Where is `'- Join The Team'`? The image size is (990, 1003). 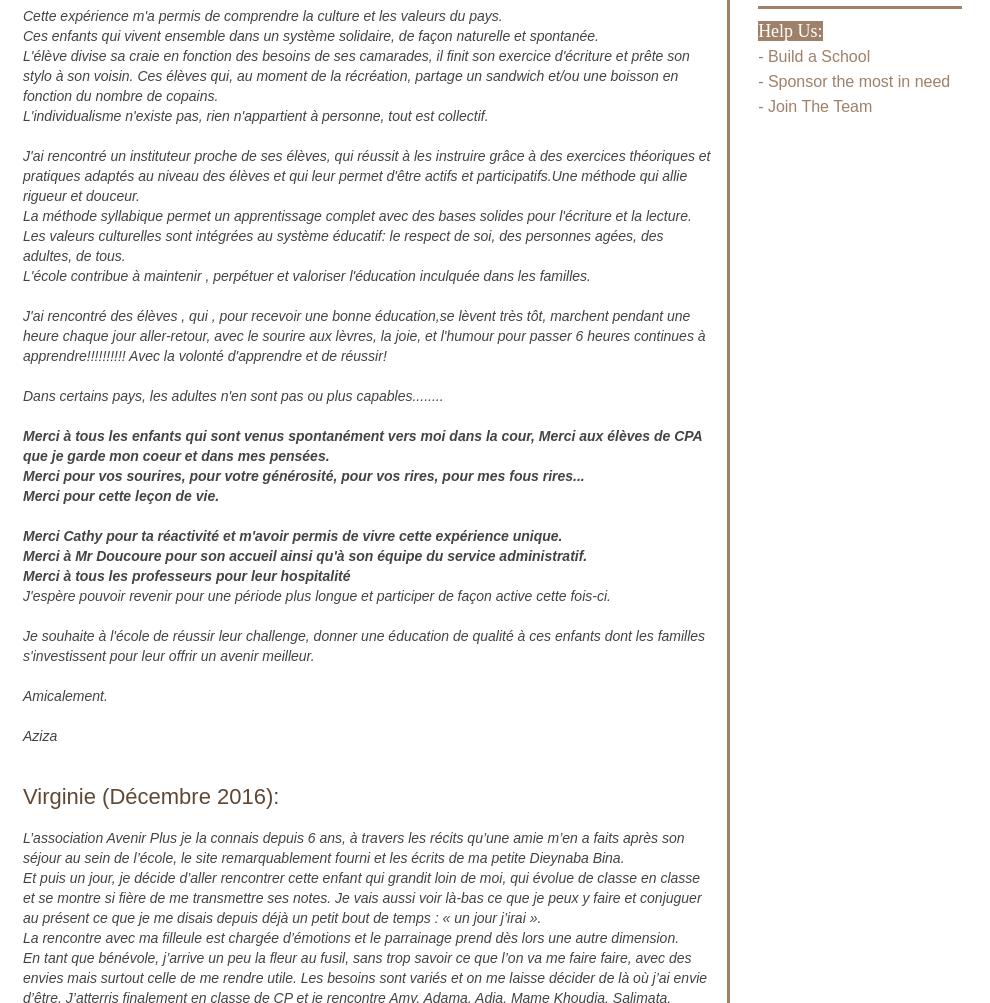
'- Join The Team' is located at coordinates (813, 105).